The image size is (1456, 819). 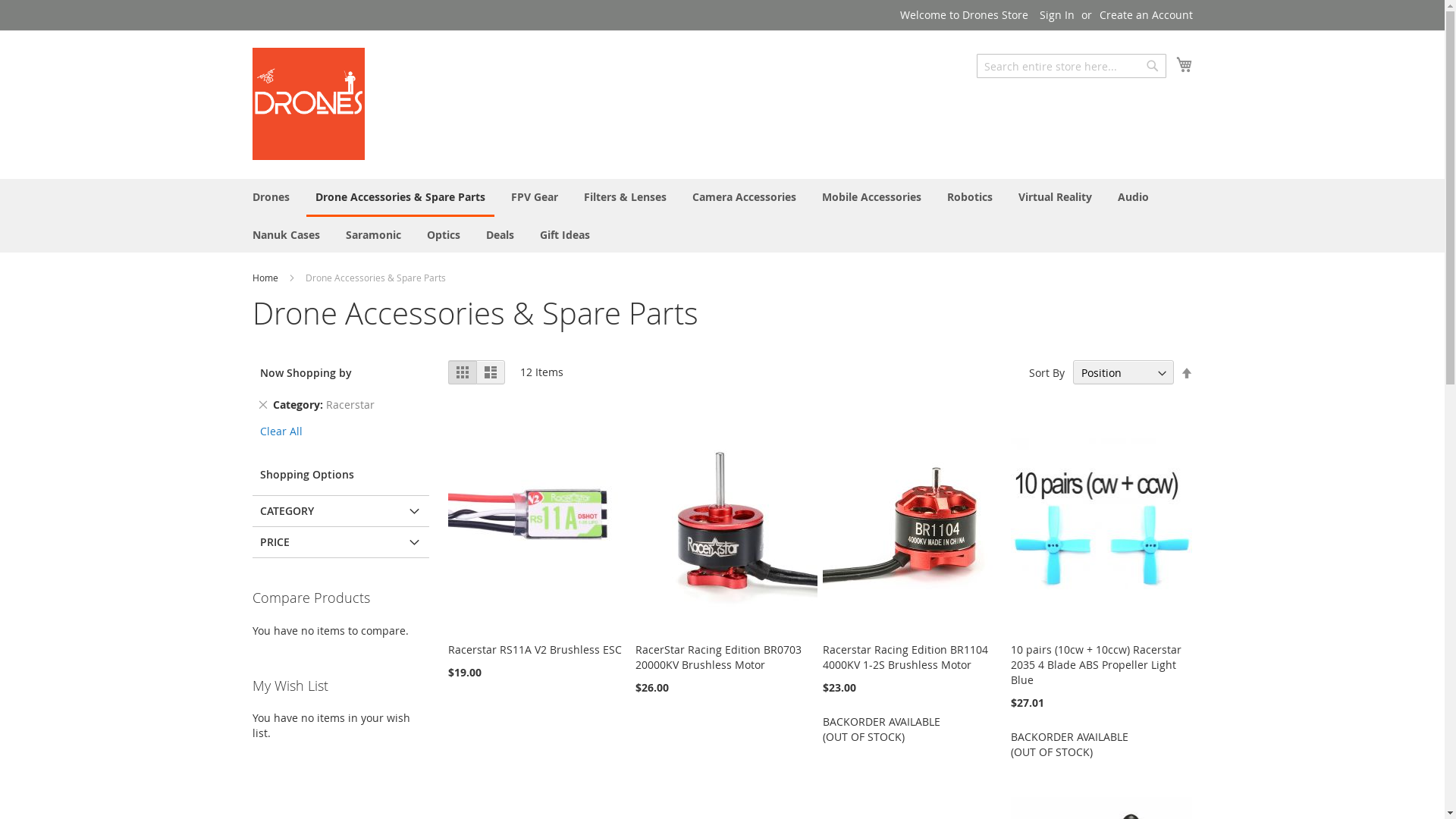 I want to click on 'Sign In', so click(x=1037, y=14).